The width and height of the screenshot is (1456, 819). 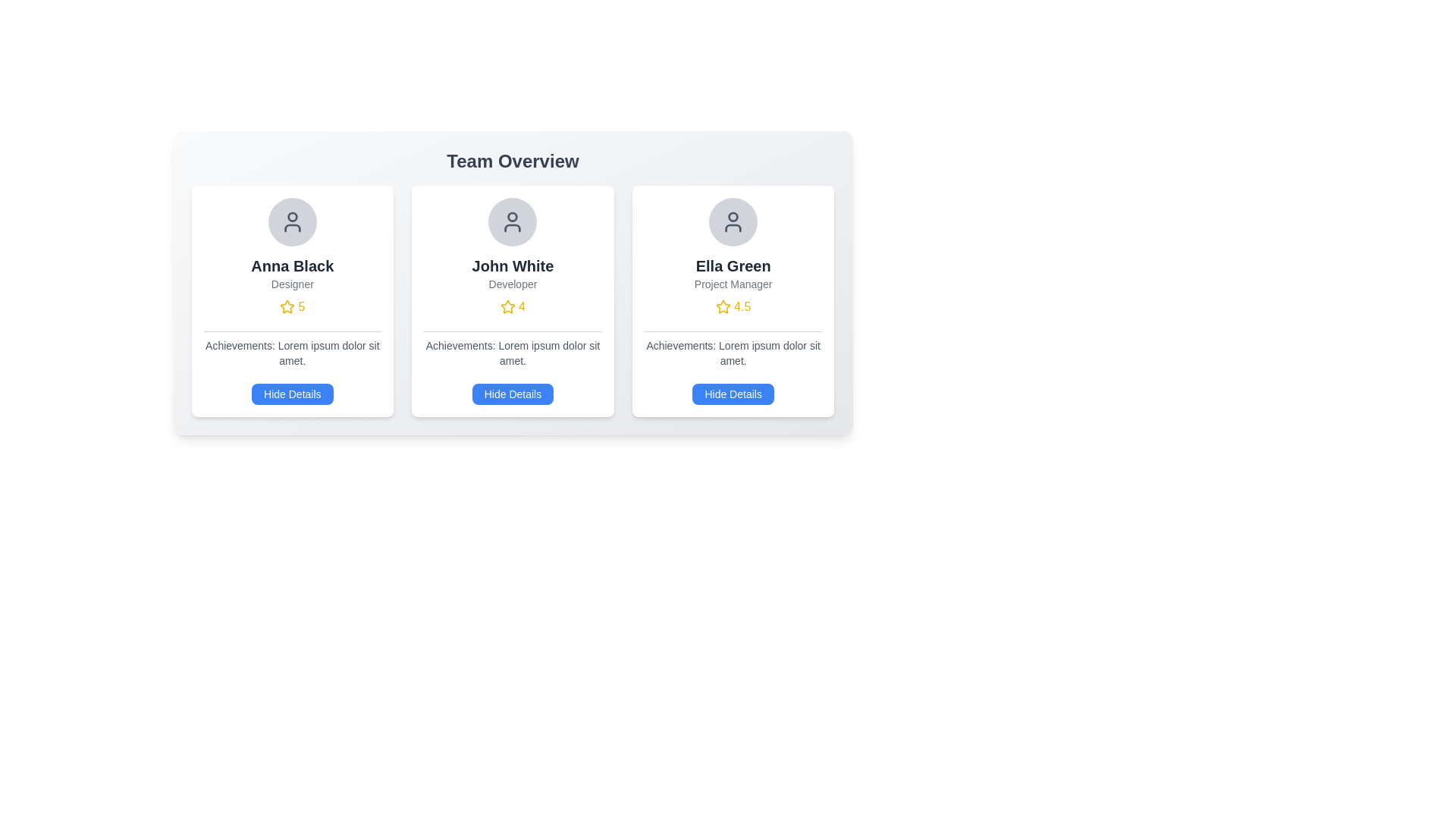 I want to click on the star-shaped icon representing the rating for the 'Ella Green - Project Manager' profile, which is located beneath the job title and to the left of the numerical rating (4.5), so click(x=723, y=307).